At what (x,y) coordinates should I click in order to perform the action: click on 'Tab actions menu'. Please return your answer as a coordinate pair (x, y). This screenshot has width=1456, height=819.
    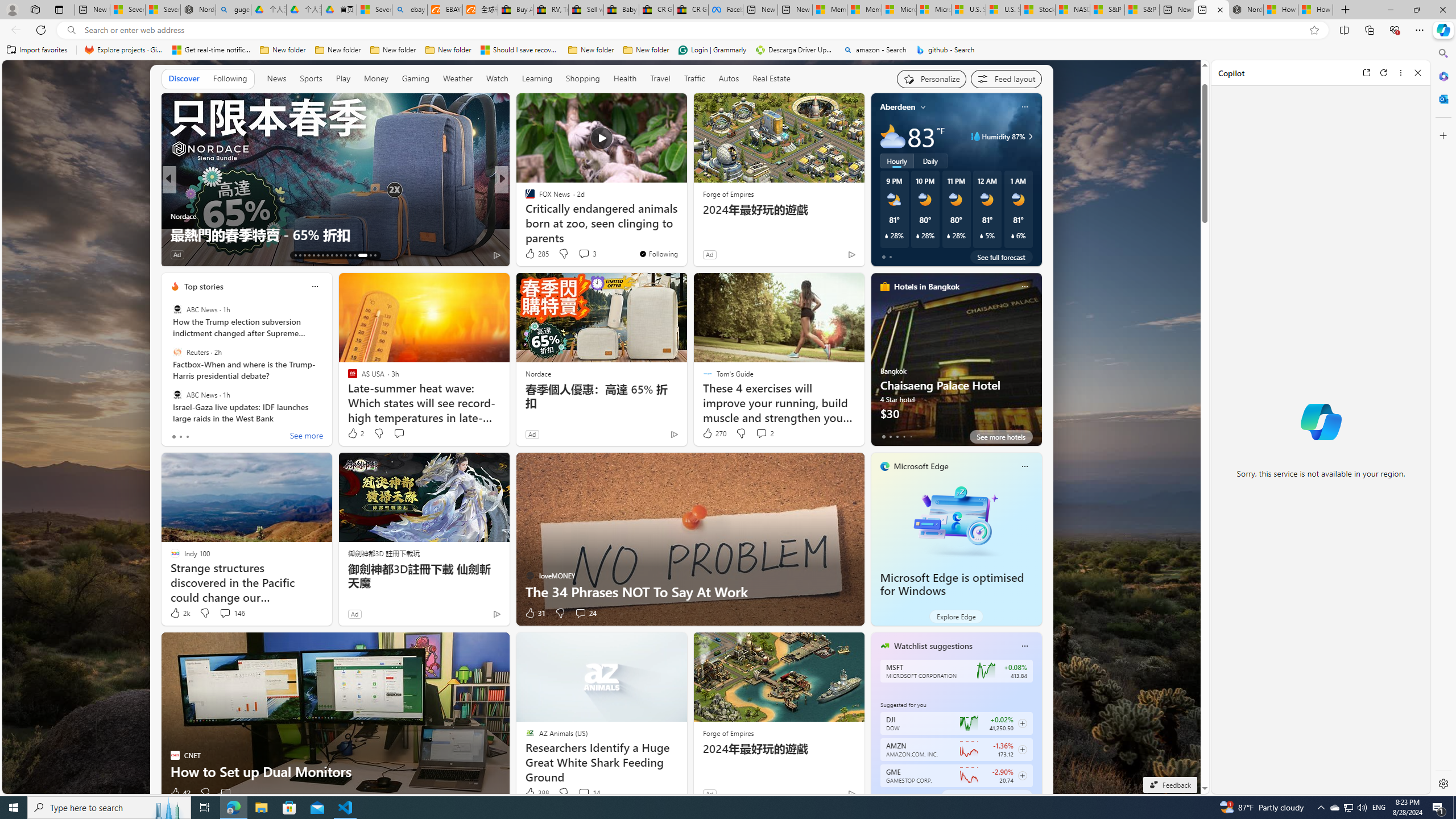
    Looking at the image, I should click on (58, 9).